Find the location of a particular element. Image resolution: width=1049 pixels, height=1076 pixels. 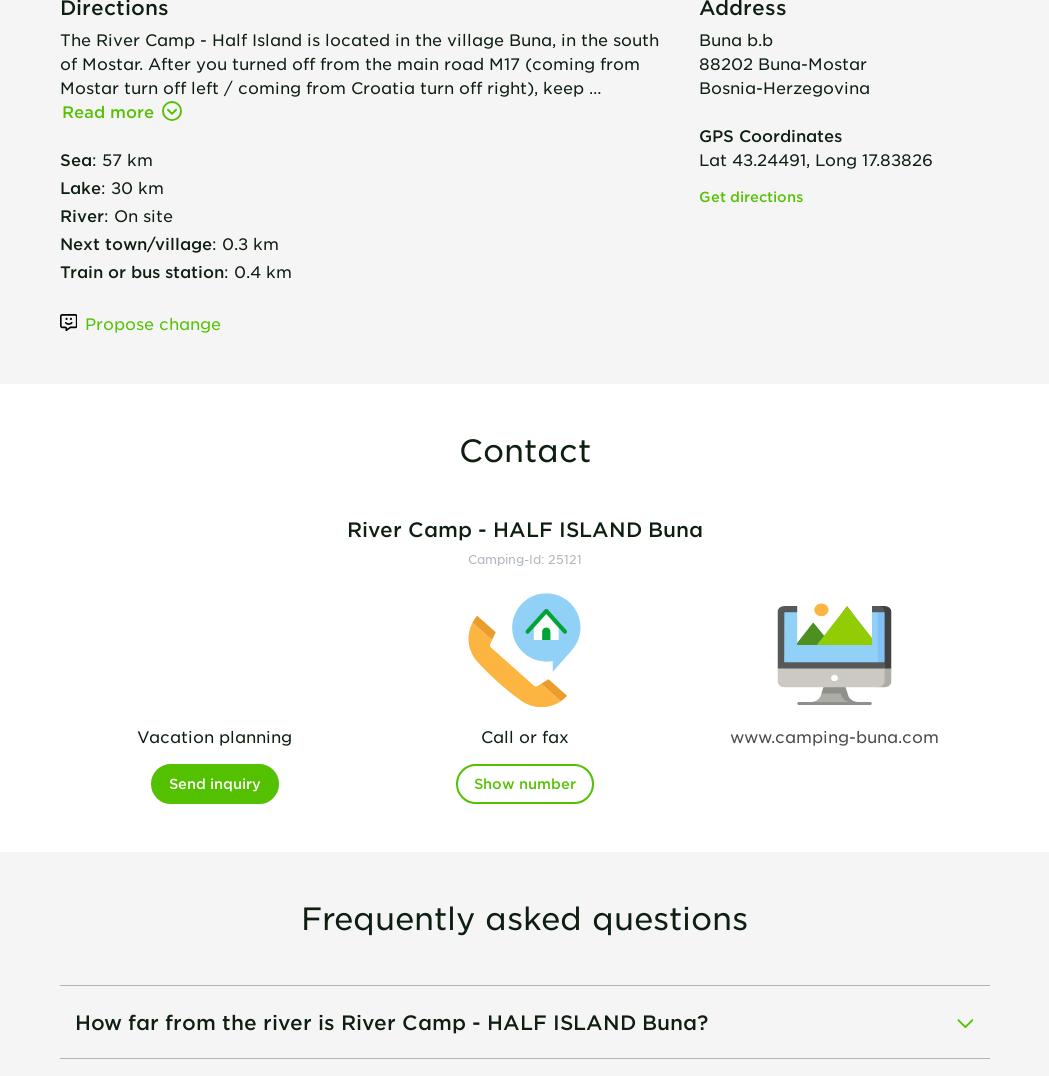

'www.camping-buna.com' is located at coordinates (833, 734).